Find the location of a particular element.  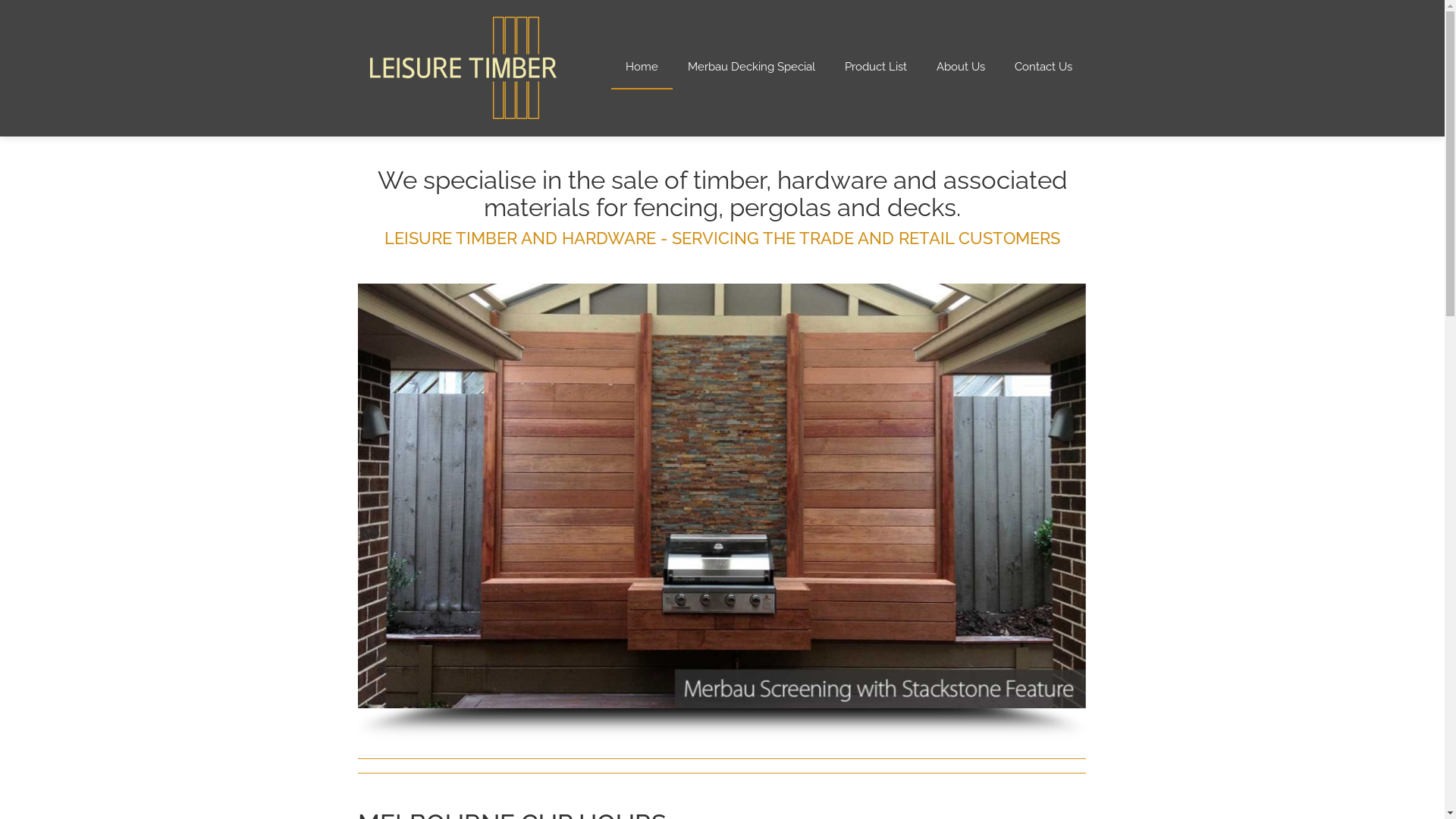

'About Us' is located at coordinates (921, 66).